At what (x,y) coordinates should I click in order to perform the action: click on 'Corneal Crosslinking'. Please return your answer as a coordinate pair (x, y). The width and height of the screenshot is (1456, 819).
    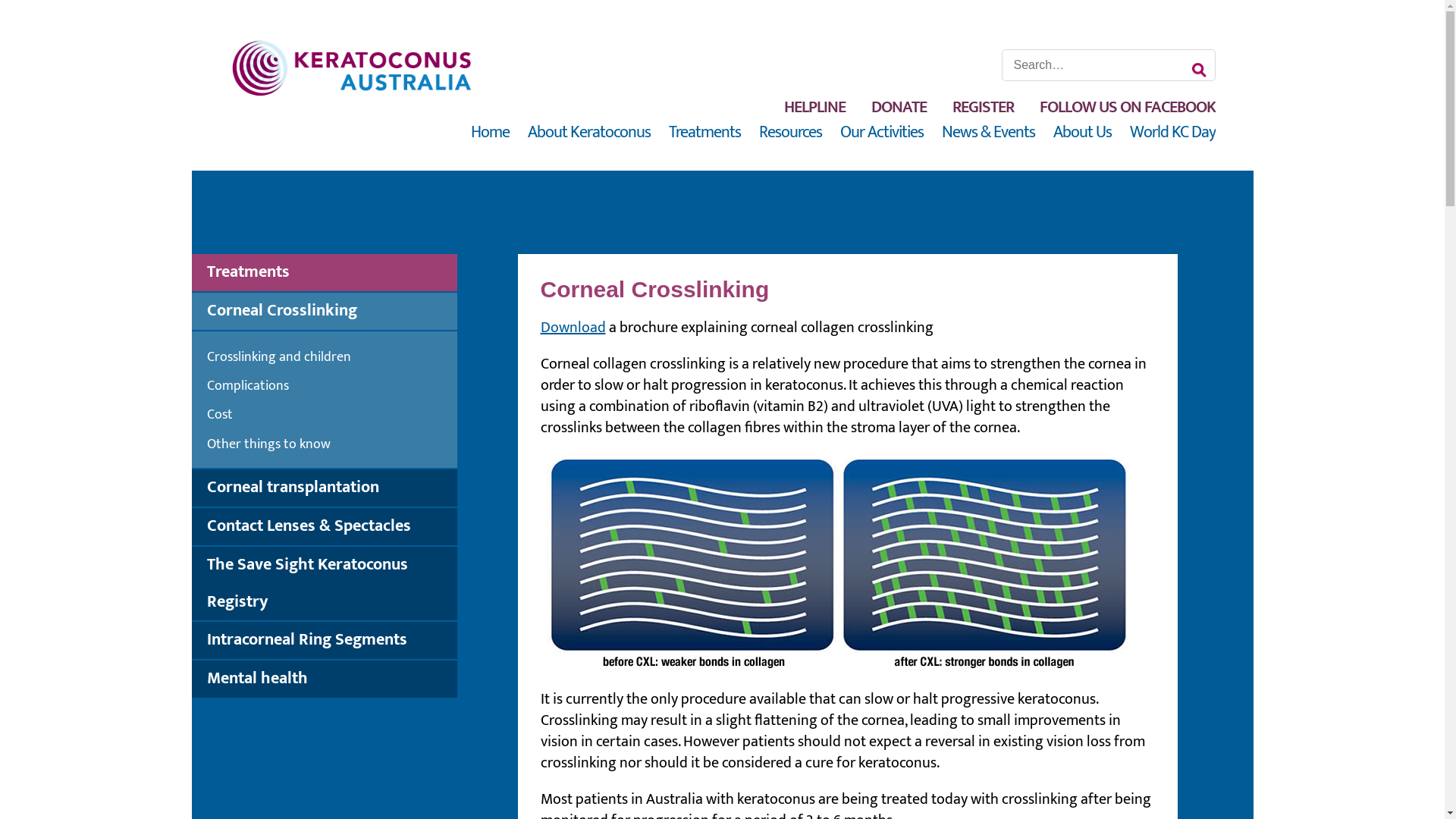
    Looking at the image, I should click on (330, 310).